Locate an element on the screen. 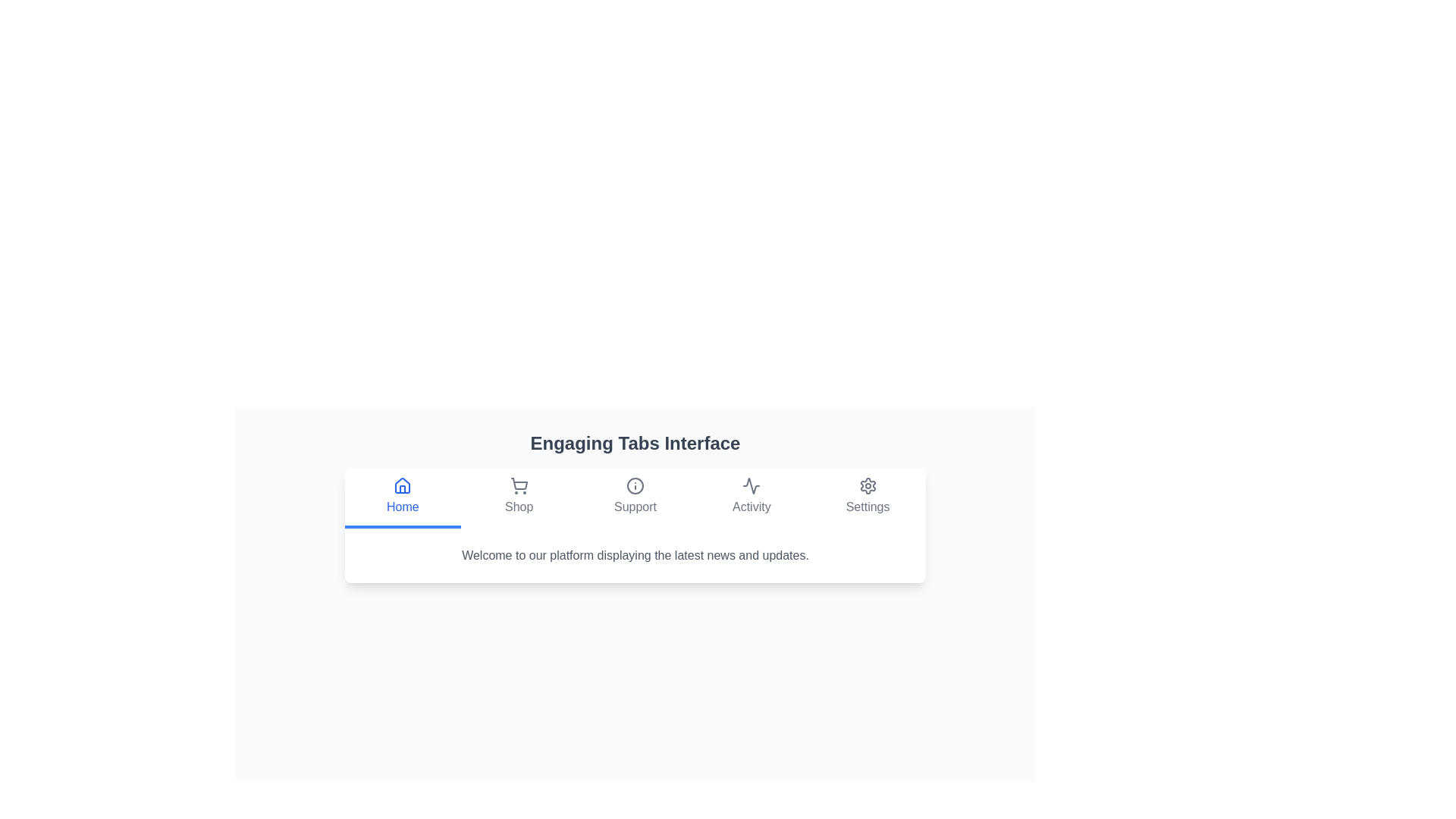 This screenshot has height=819, width=1456. the 'Settings' tab button in the horizontal navigation bar is located at coordinates (868, 497).